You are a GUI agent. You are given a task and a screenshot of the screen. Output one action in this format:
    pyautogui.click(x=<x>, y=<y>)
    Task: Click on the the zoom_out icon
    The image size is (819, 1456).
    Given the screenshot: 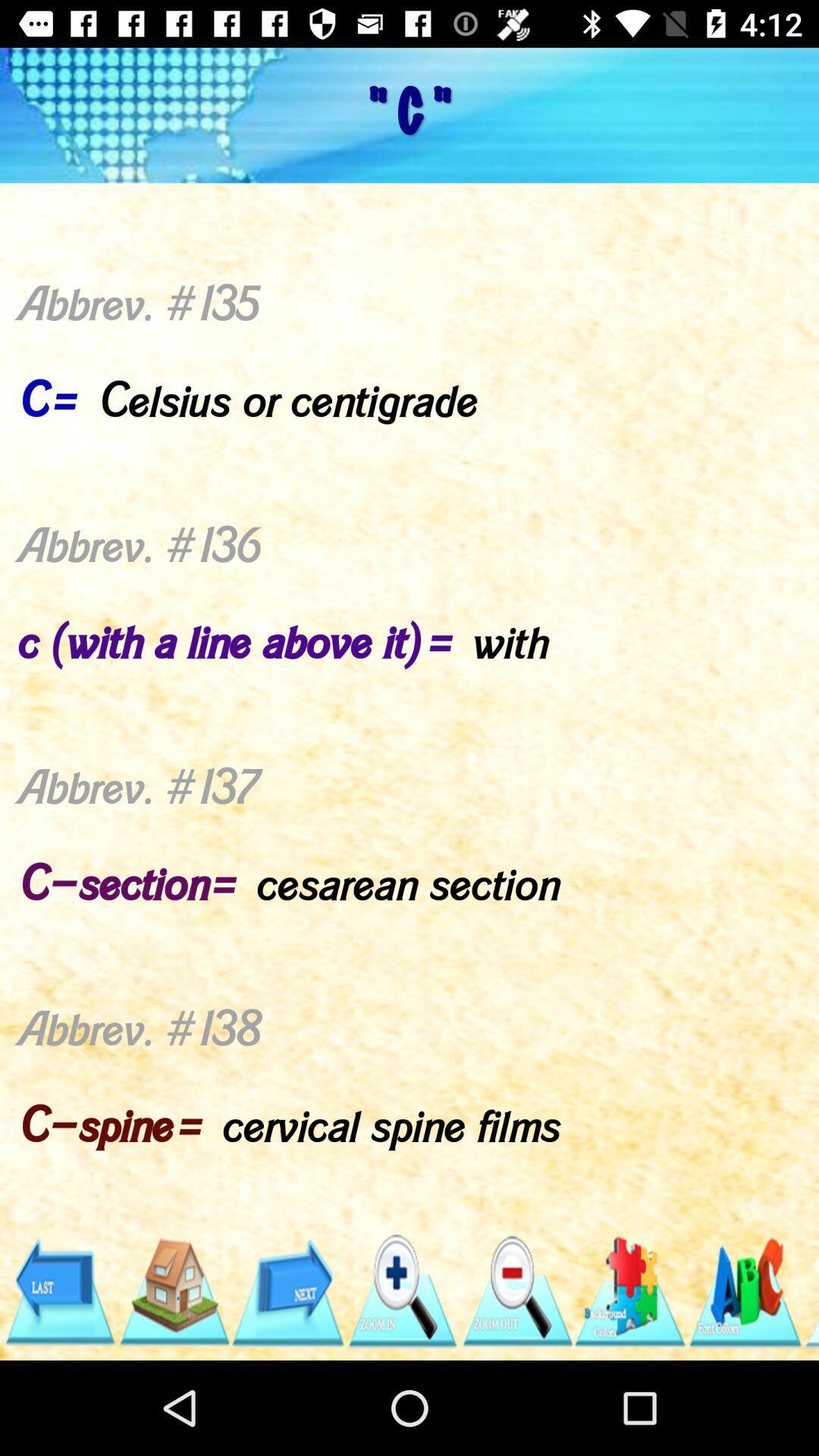 What is the action you would take?
    pyautogui.click(x=516, y=1291)
    